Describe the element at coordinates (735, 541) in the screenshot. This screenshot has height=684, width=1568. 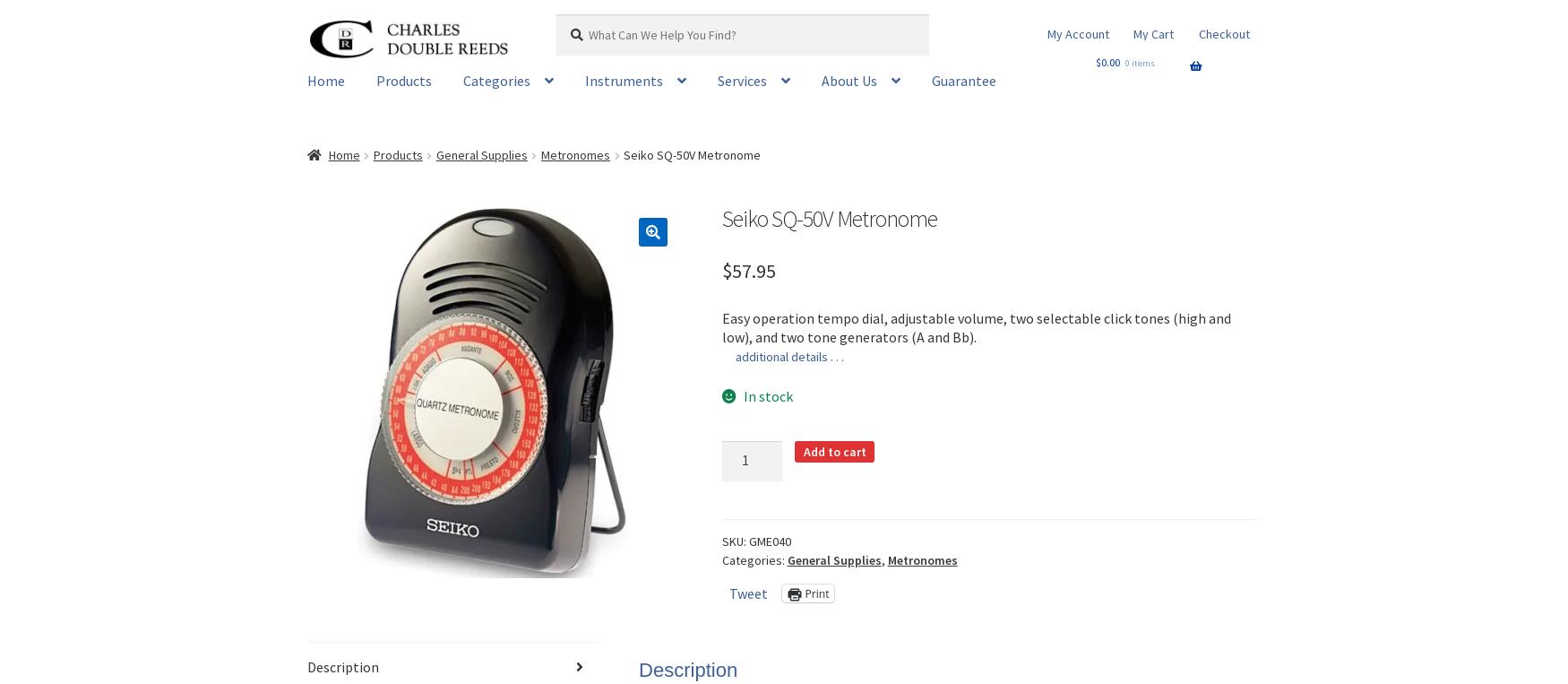
I see `'SKU:'` at that location.